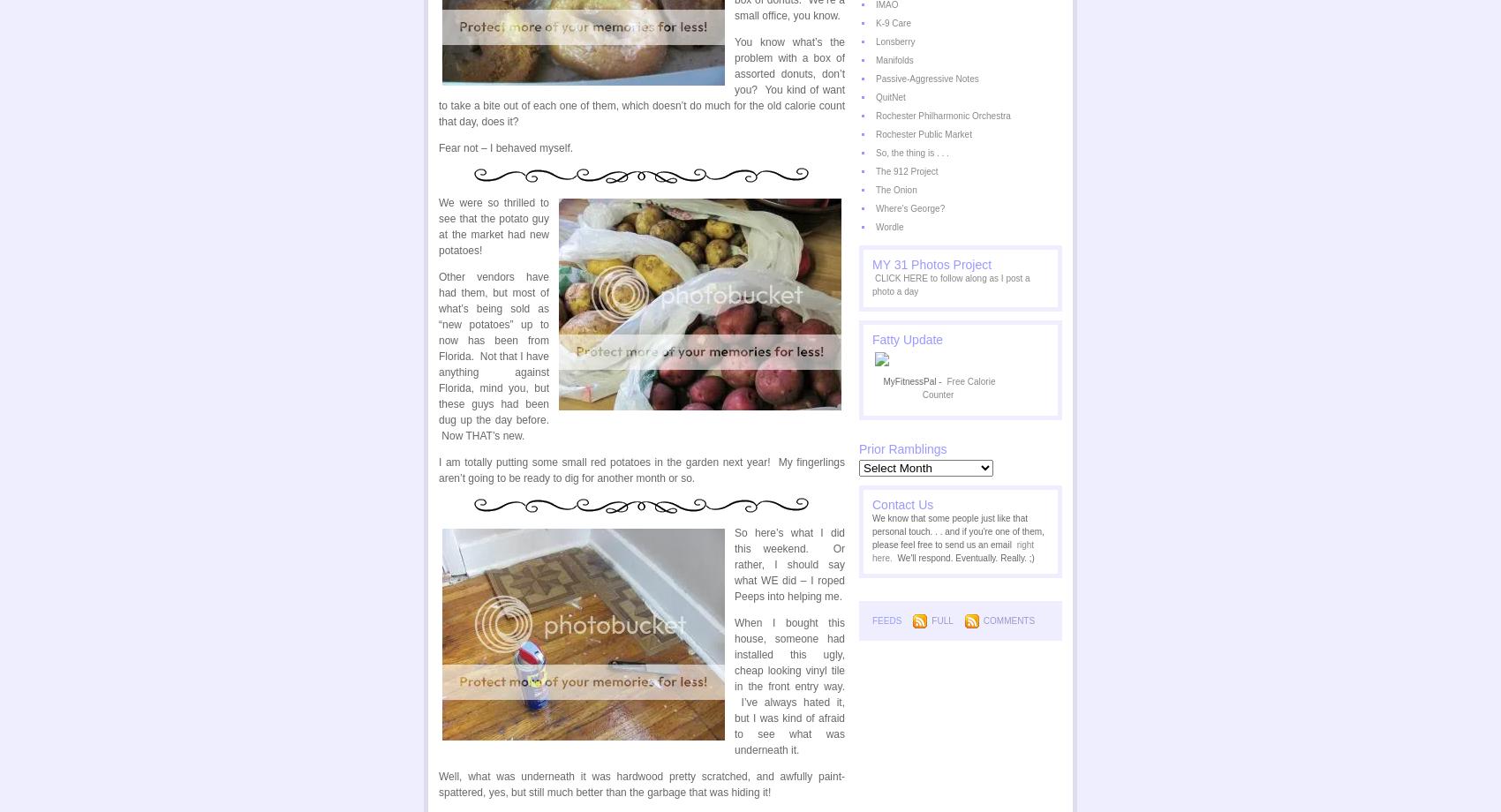  I want to click on 'Fear not – I behaved myself.', so click(505, 147).